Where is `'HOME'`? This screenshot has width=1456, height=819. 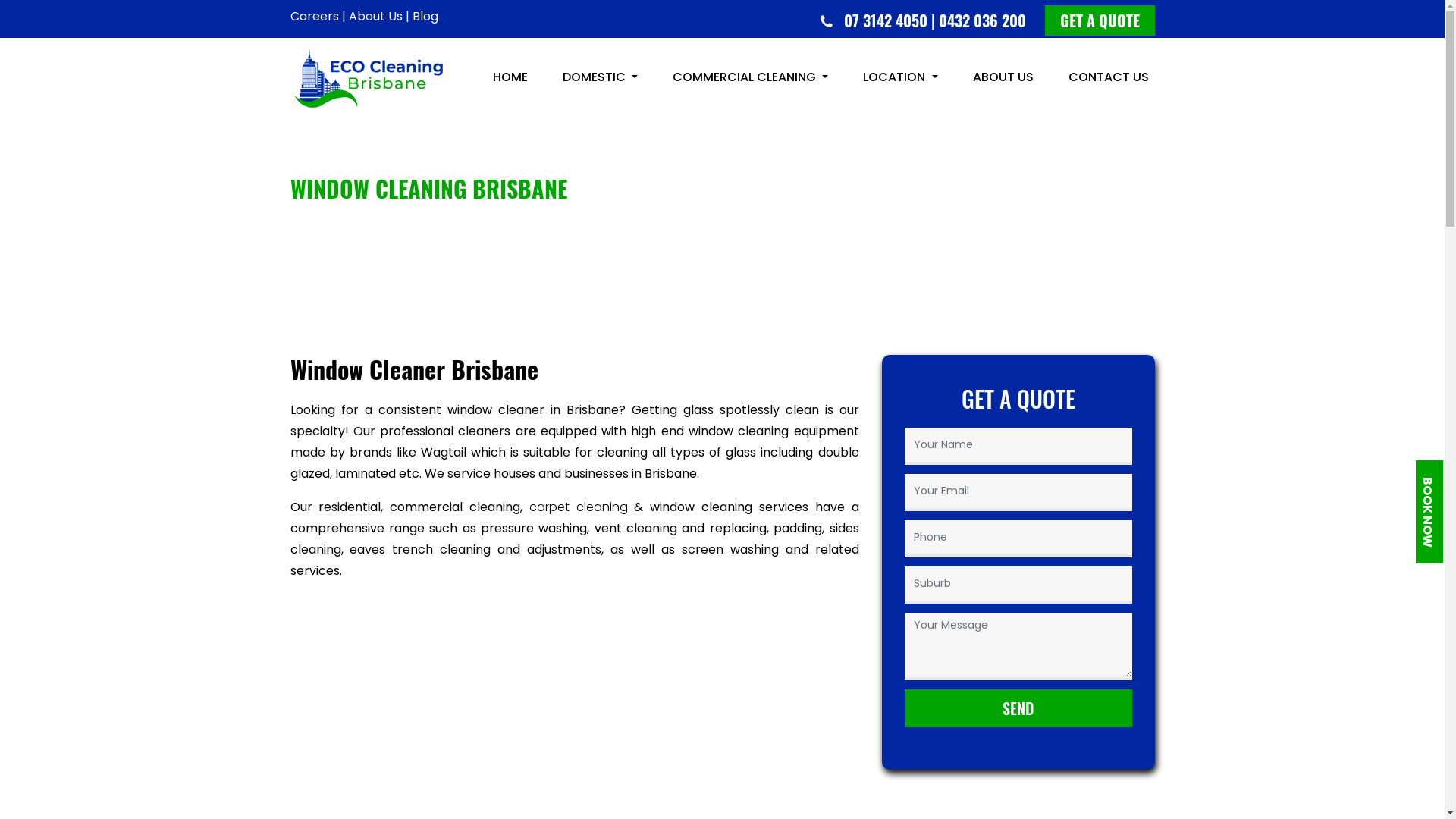
'HOME' is located at coordinates (487, 77).